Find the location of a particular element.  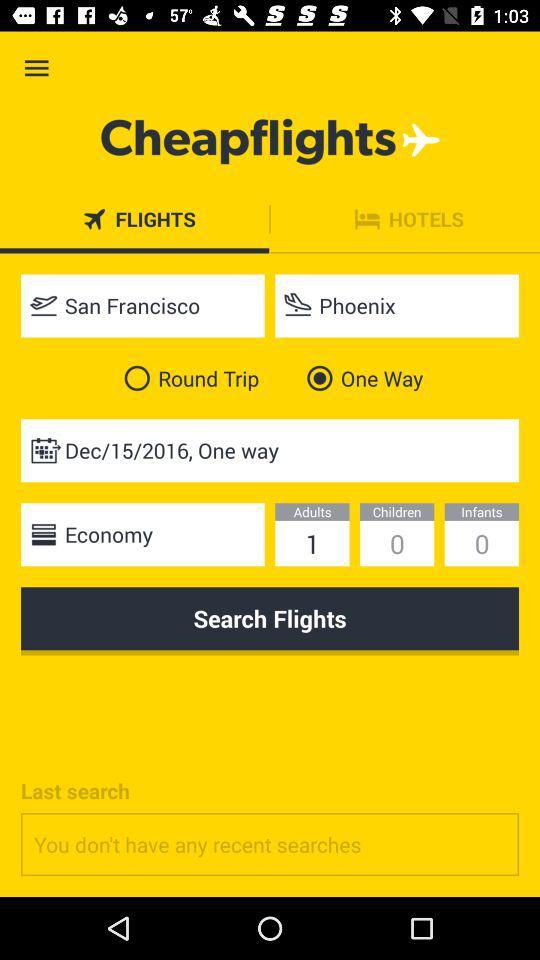

the icon next to the phoenix icon is located at coordinates (141, 305).